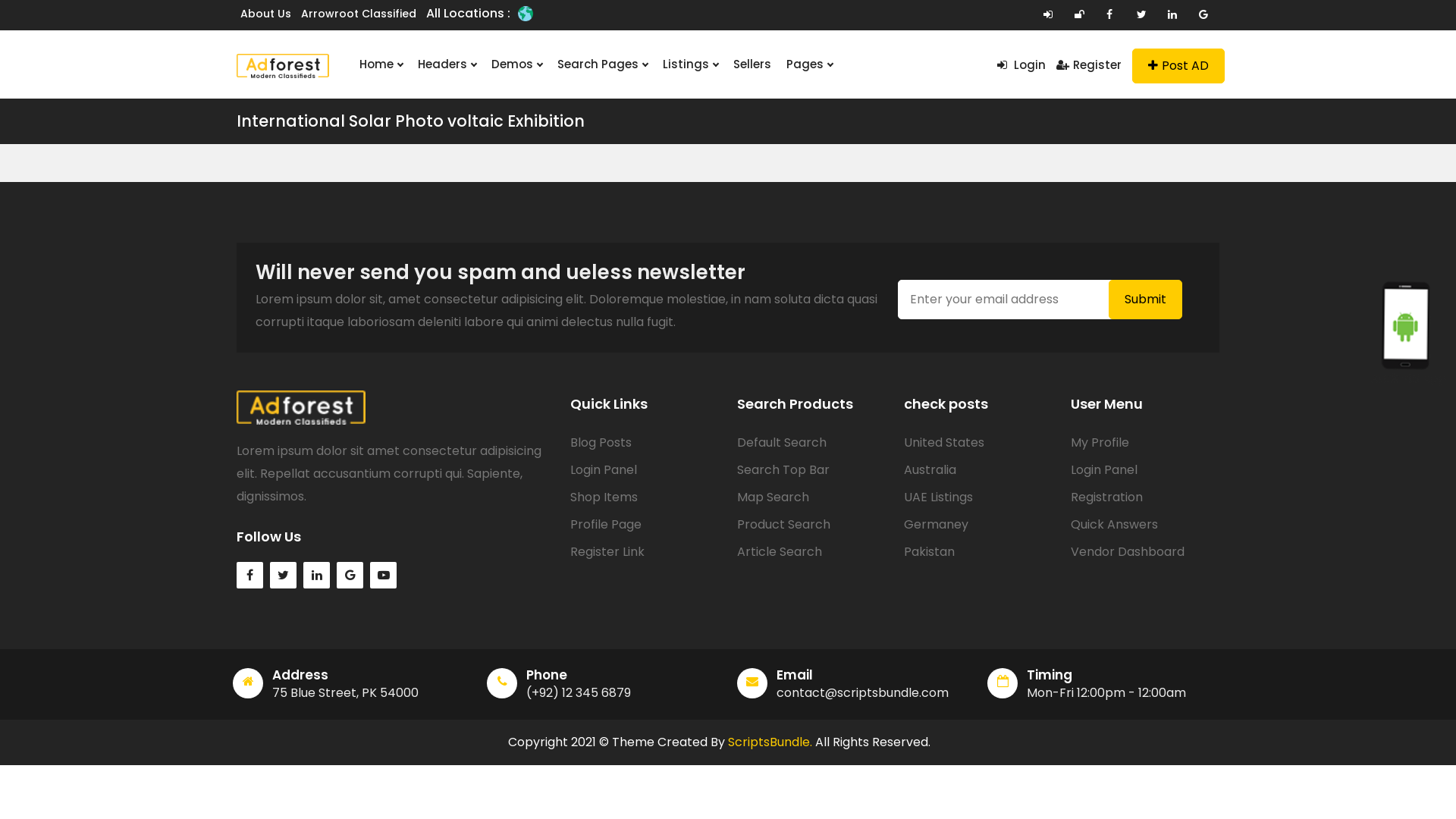 The height and width of the screenshot is (819, 1456). Describe the element at coordinates (928, 551) in the screenshot. I see `'Pakistan'` at that location.